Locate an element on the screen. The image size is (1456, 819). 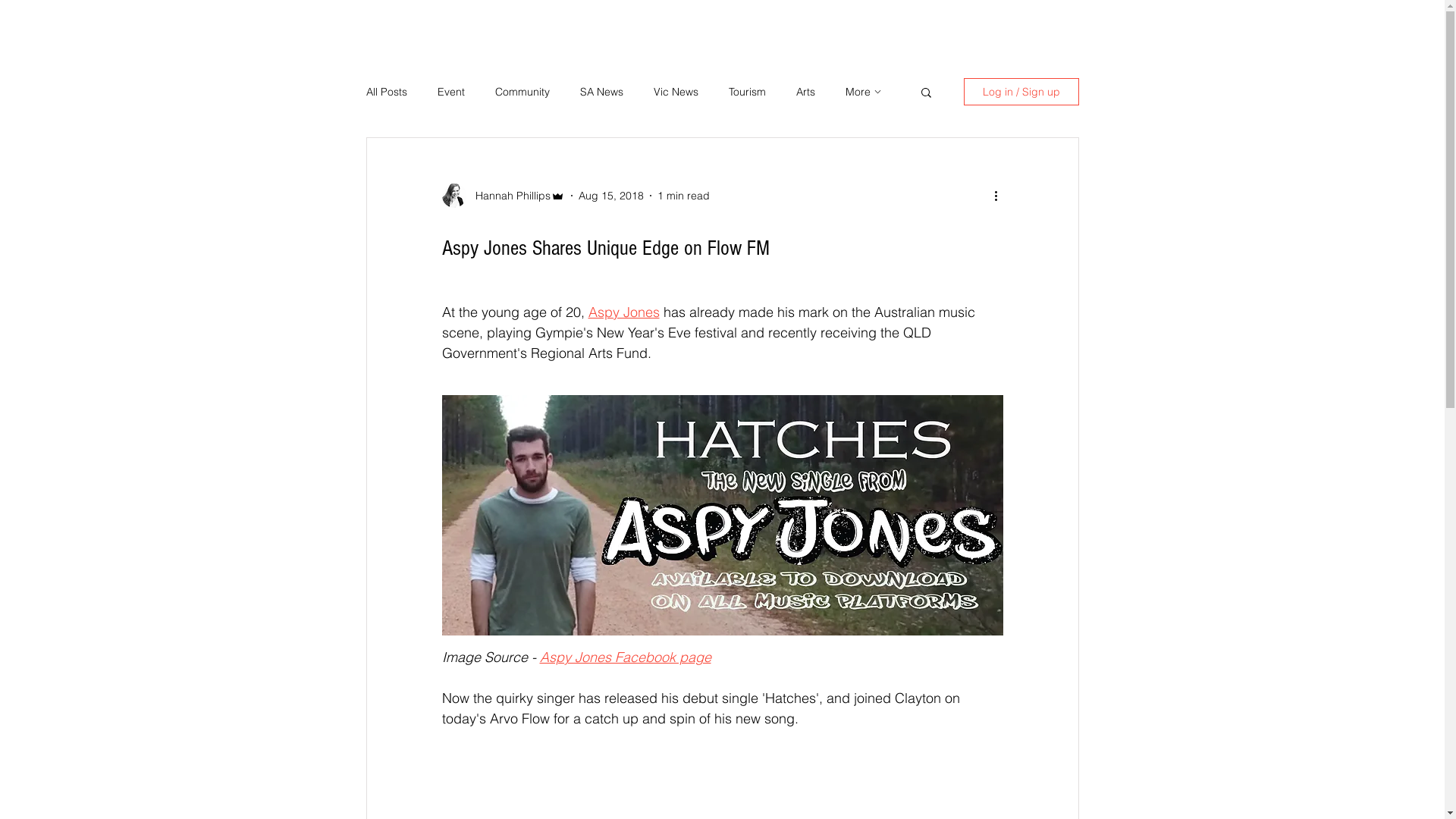
'All Posts' is located at coordinates (385, 91).